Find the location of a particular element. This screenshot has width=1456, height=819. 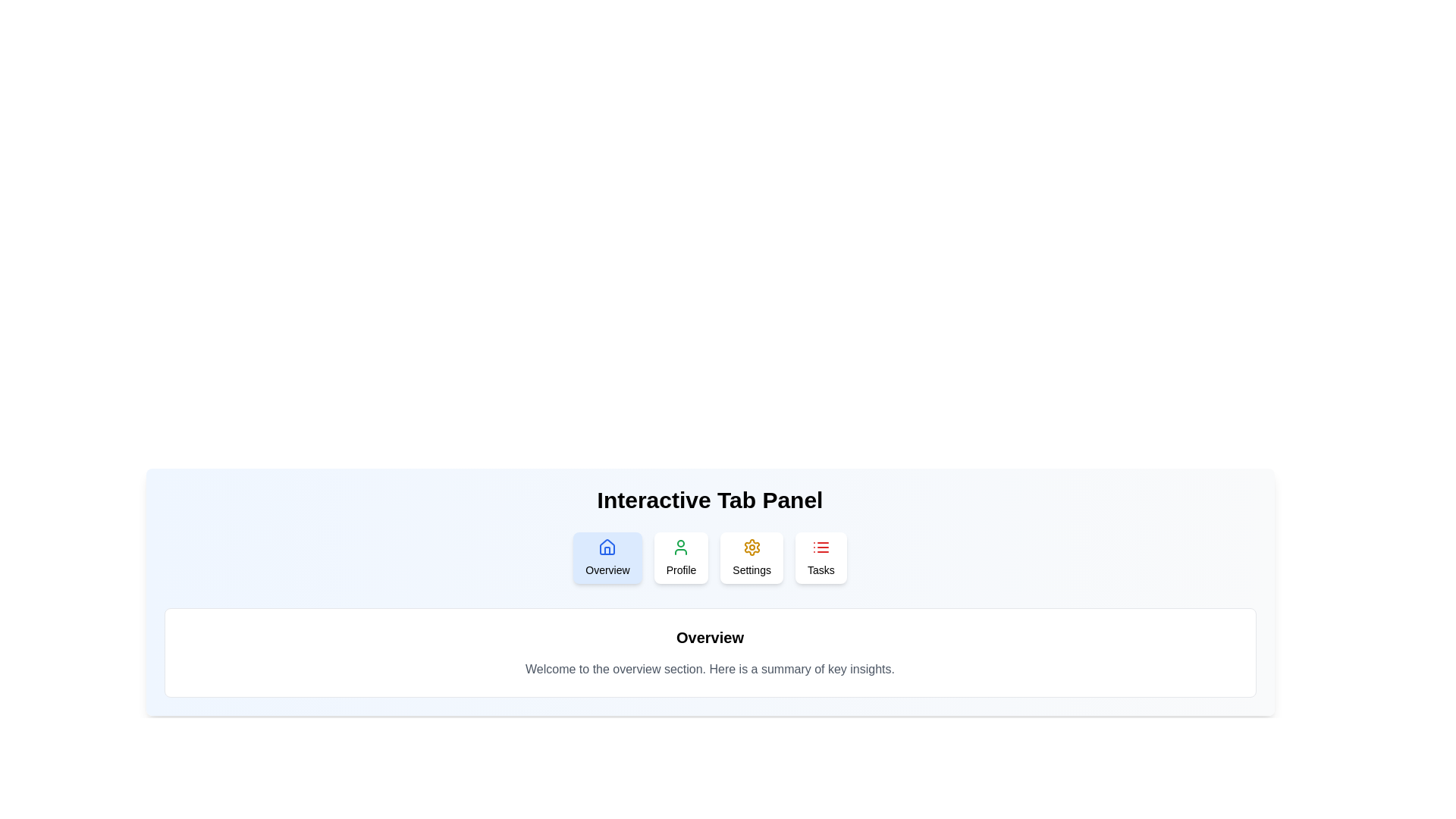

the Profile tab to view its content is located at coordinates (680, 558).